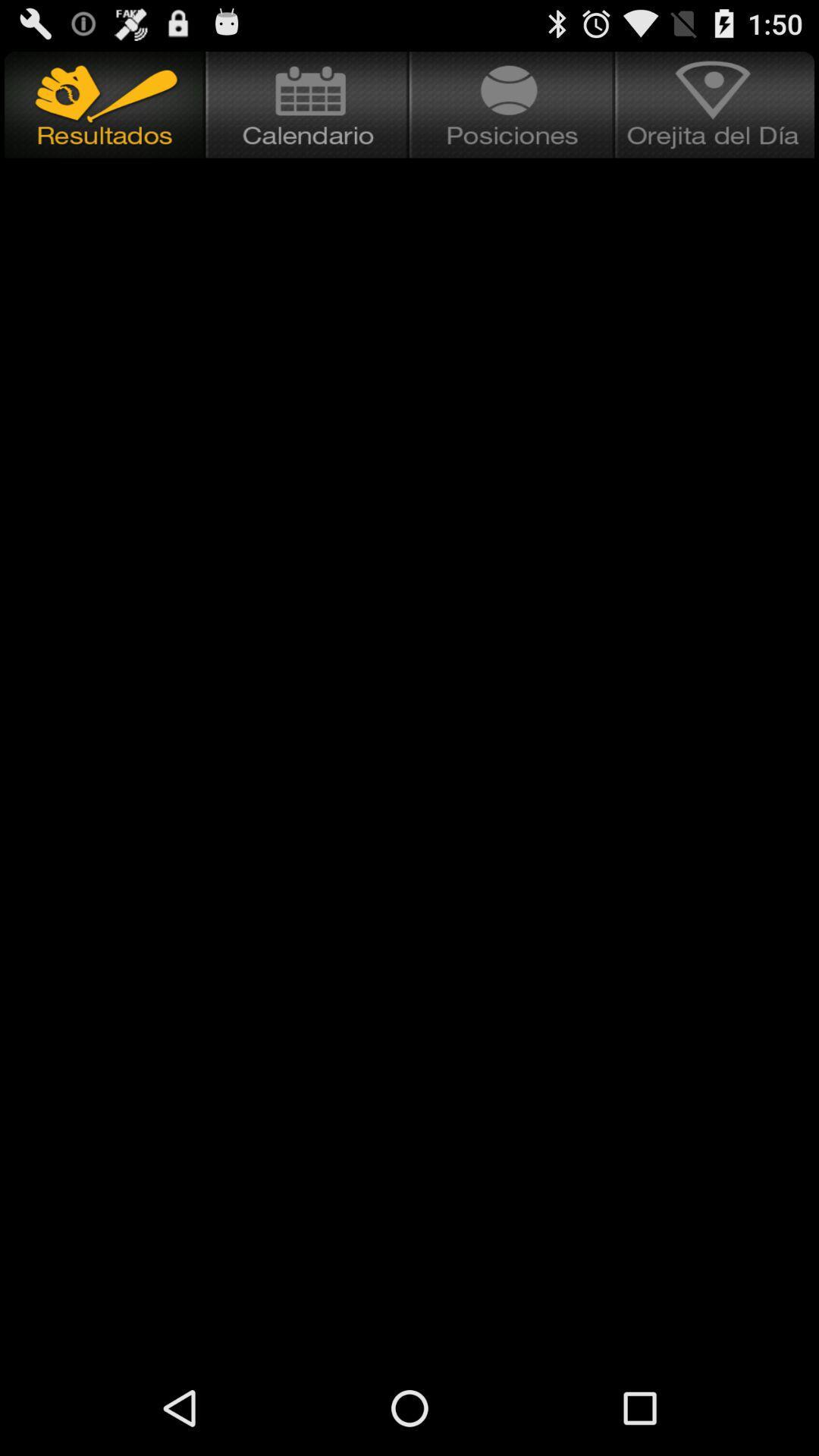  What do you see at coordinates (307, 104) in the screenshot?
I see `open calendar` at bounding box center [307, 104].